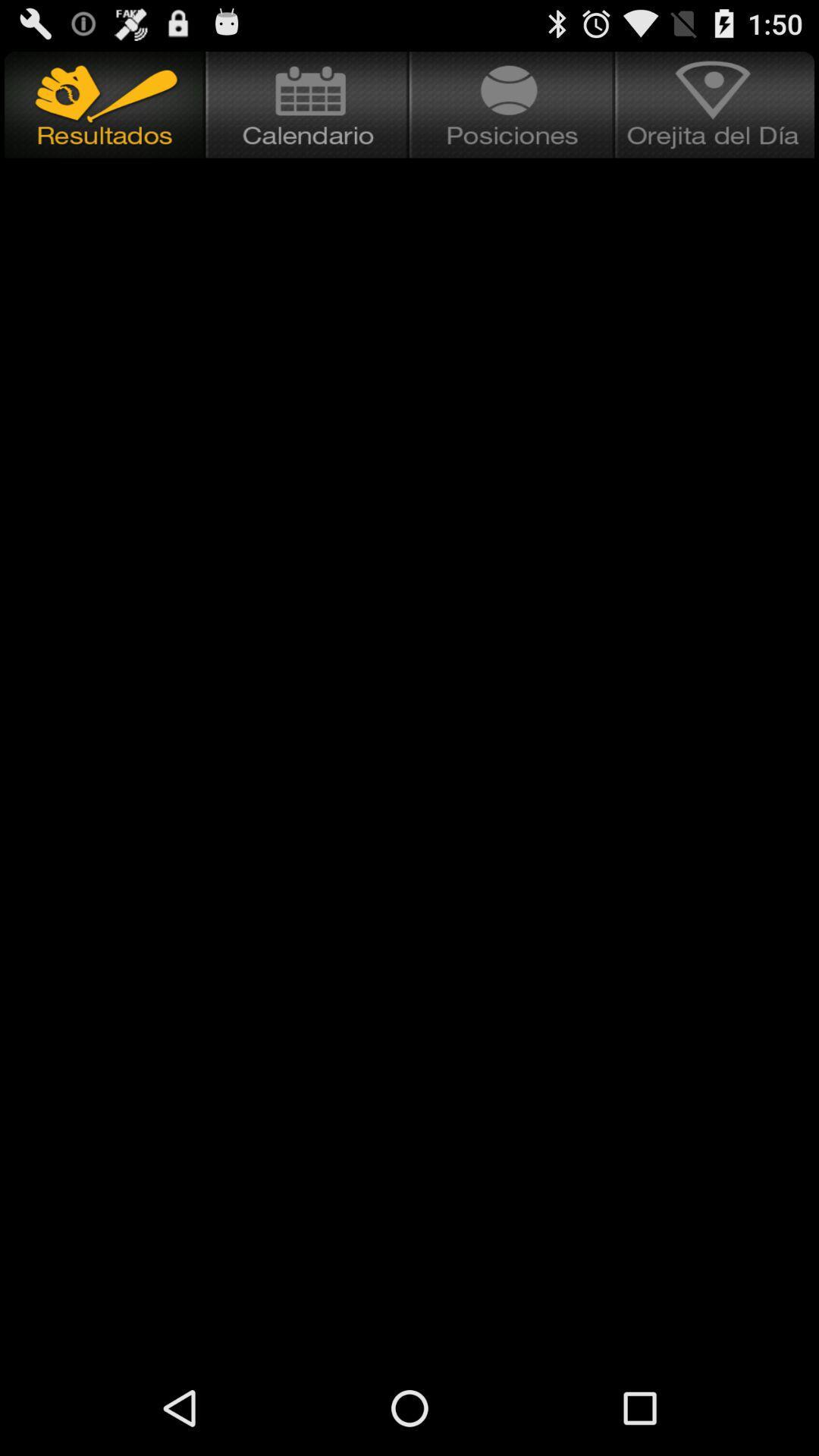  What do you see at coordinates (307, 104) in the screenshot?
I see `open calendar` at bounding box center [307, 104].